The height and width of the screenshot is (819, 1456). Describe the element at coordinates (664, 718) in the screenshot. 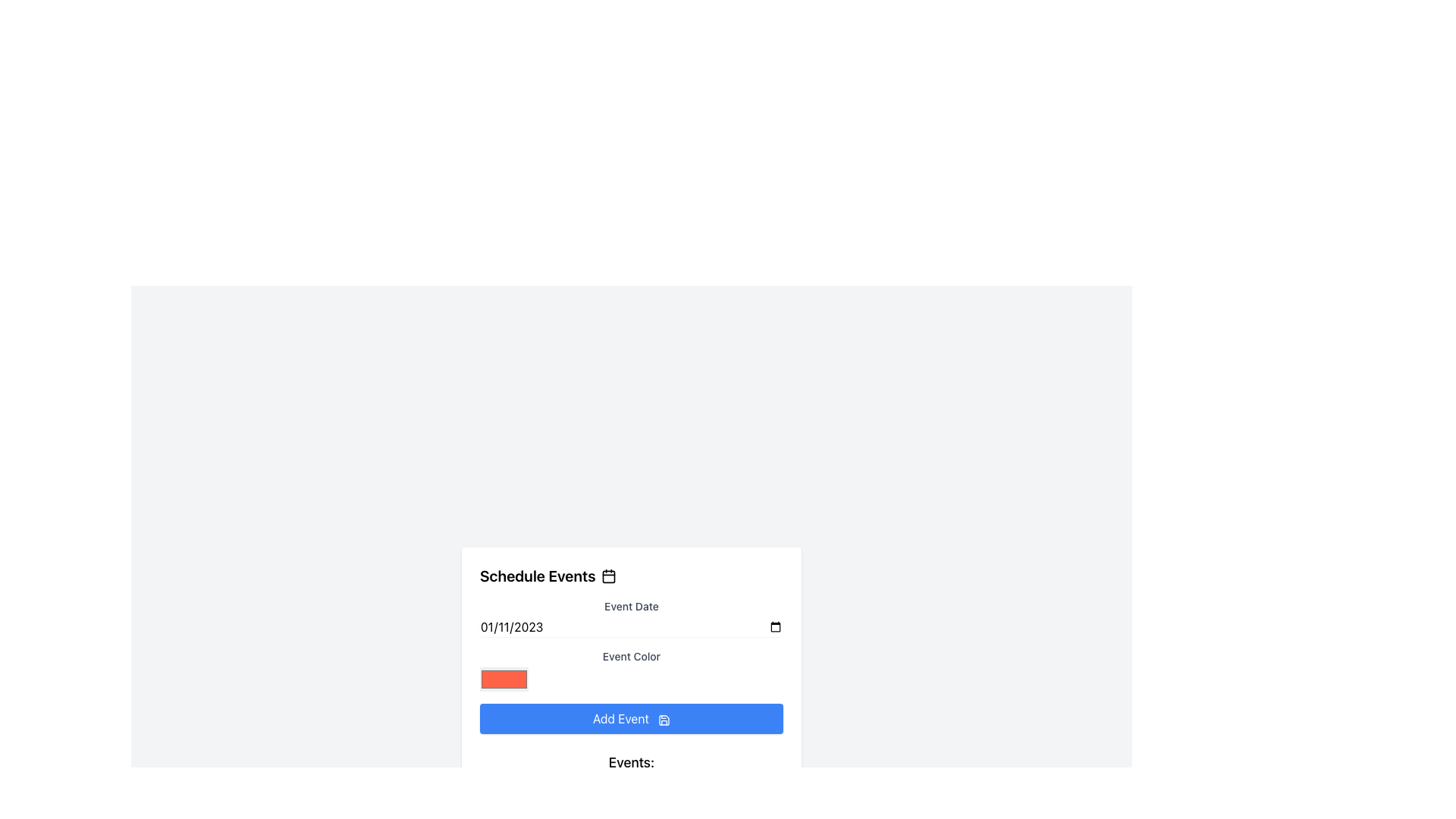

I see `the save icon located to the right of the 'Add Event' text within the 'Add Event' button for interaction` at that location.